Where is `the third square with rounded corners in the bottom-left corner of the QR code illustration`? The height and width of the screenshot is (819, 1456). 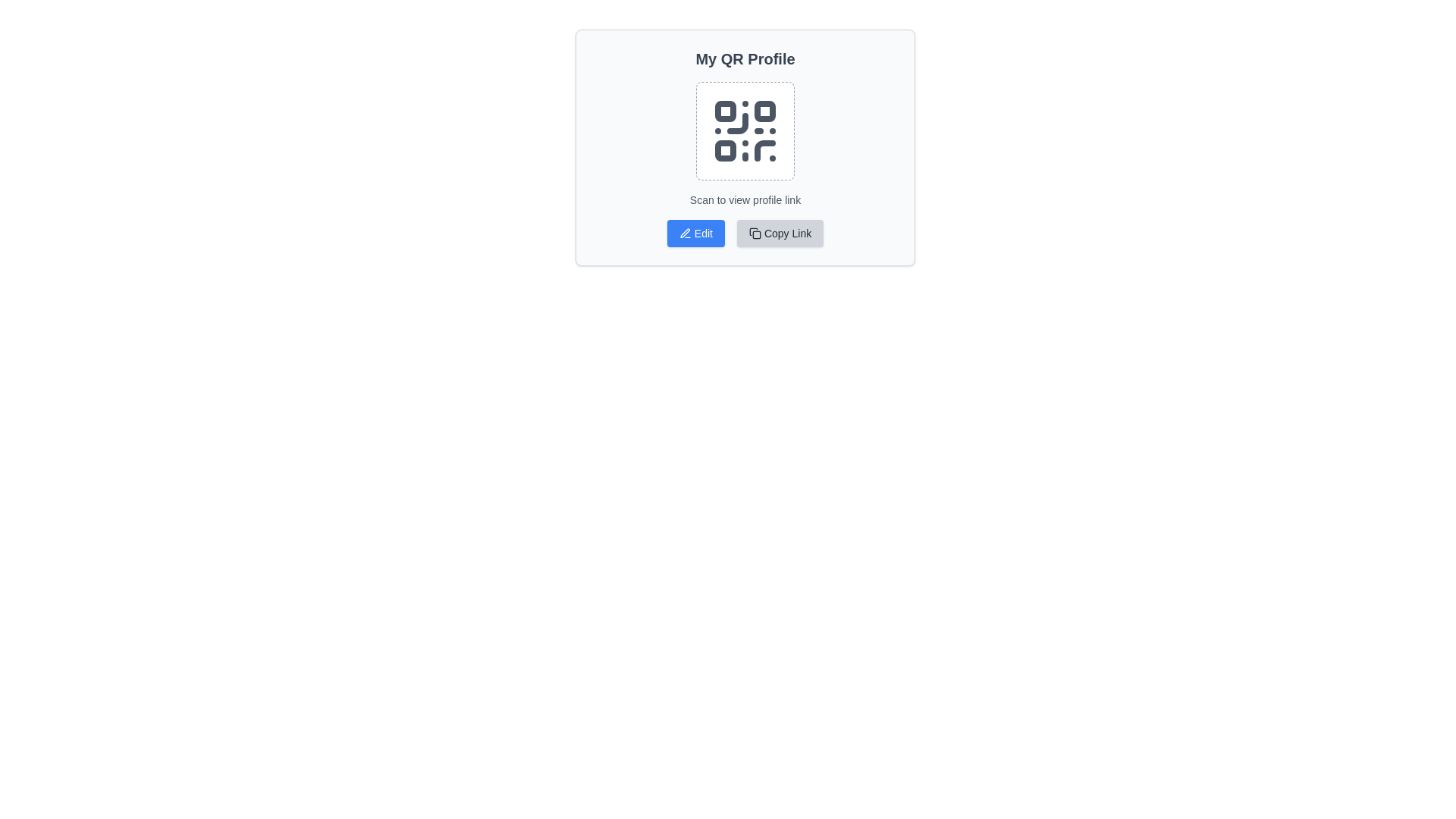 the third square with rounded corners in the bottom-left corner of the QR code illustration is located at coordinates (724, 151).